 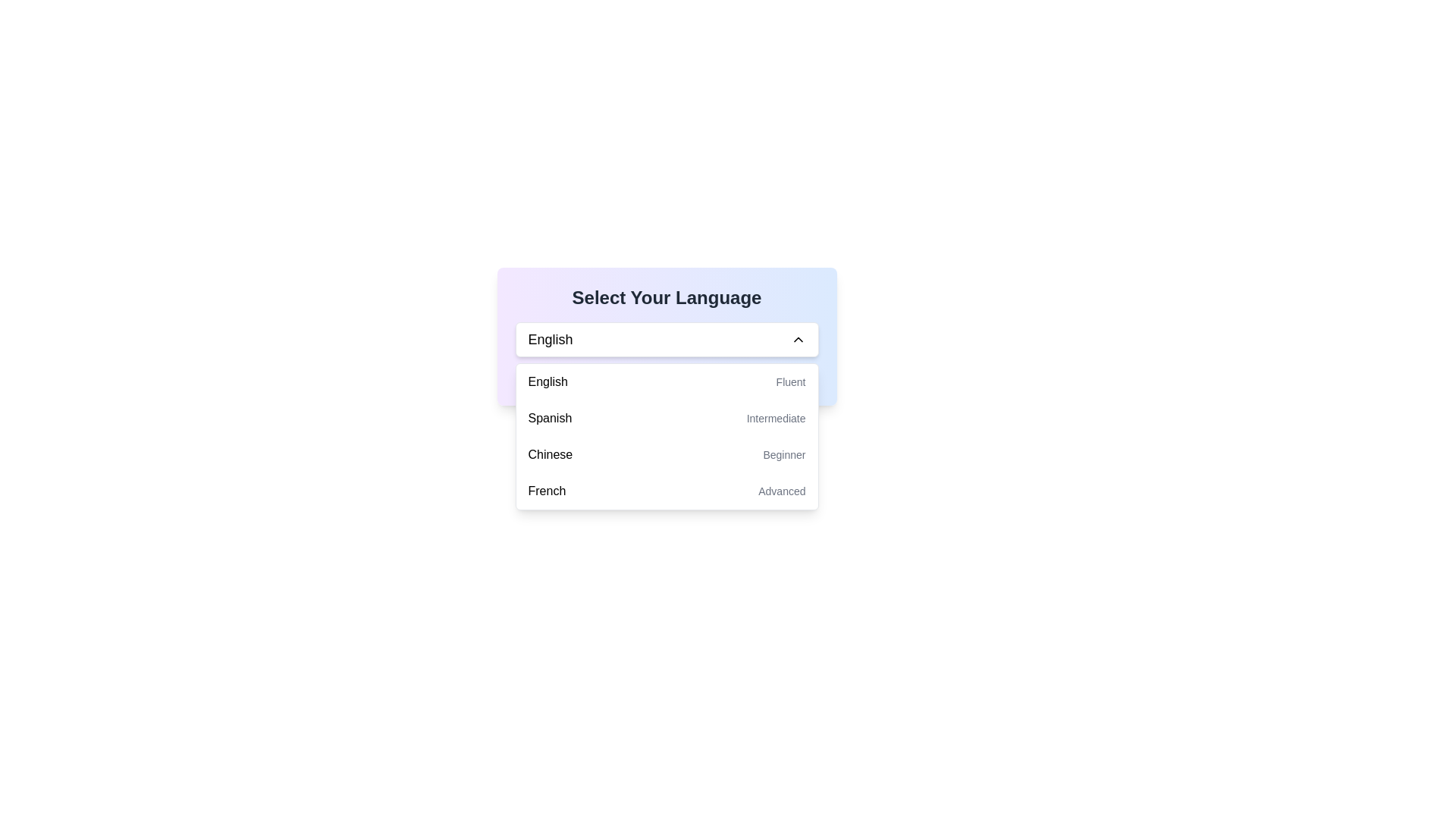 What do you see at coordinates (790, 381) in the screenshot?
I see `the static text label indicating the proficiency level associated with the language 'English', which is located to the right of the text 'English' within the dropdown menu labeled 'Select Your Language'` at bounding box center [790, 381].